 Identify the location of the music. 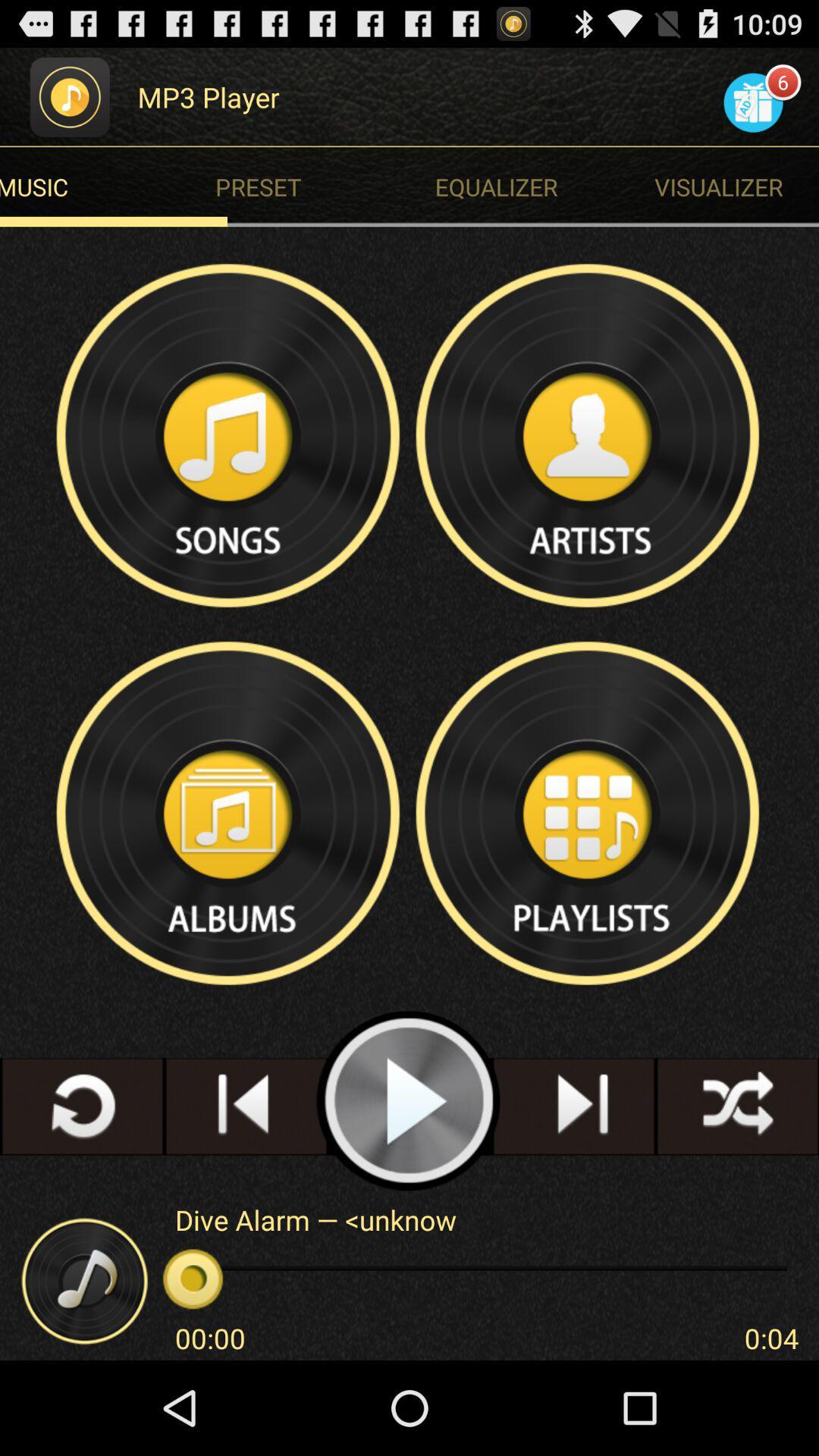
(408, 1101).